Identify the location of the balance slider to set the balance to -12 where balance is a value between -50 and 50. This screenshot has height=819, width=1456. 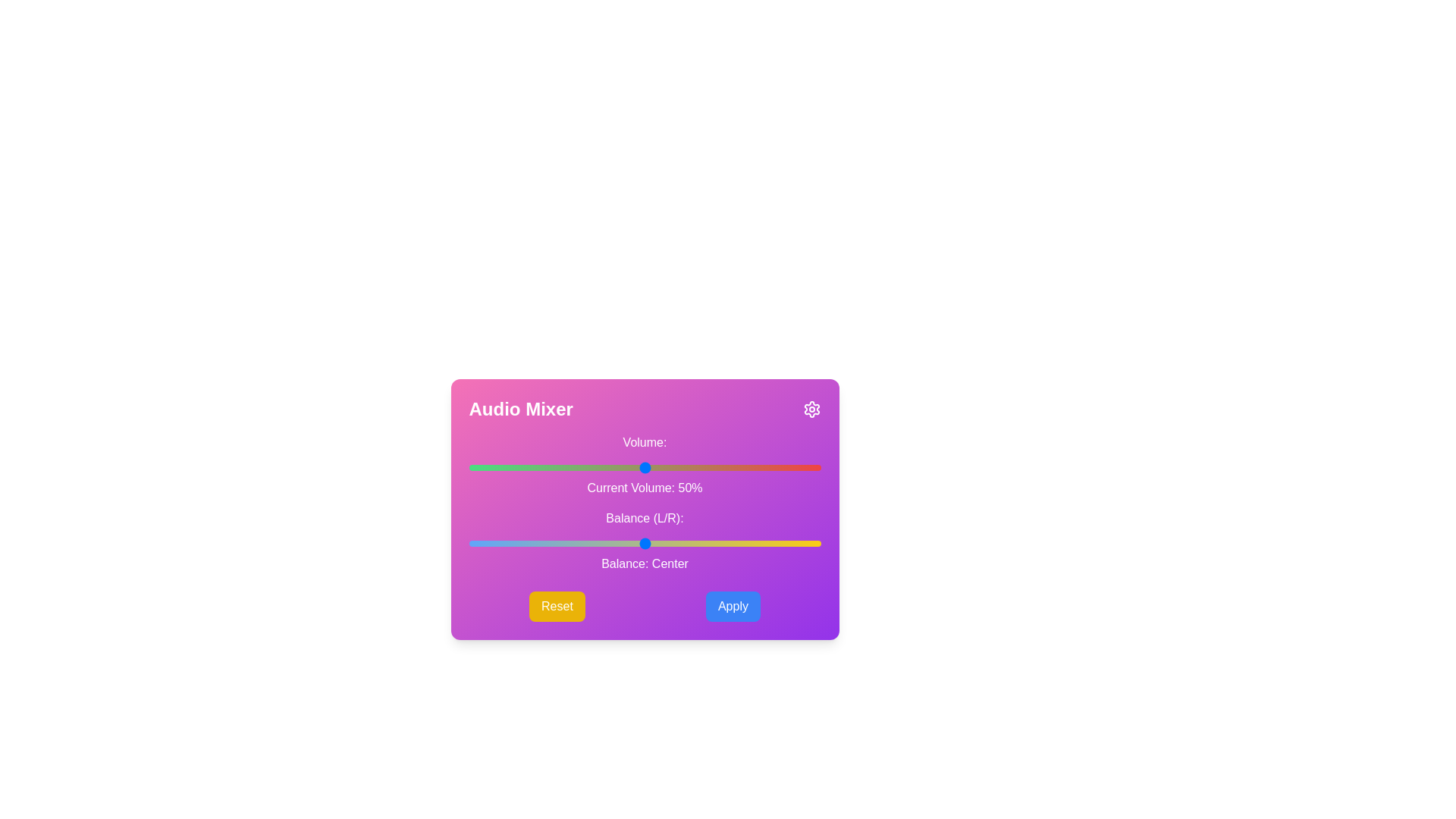
(601, 543).